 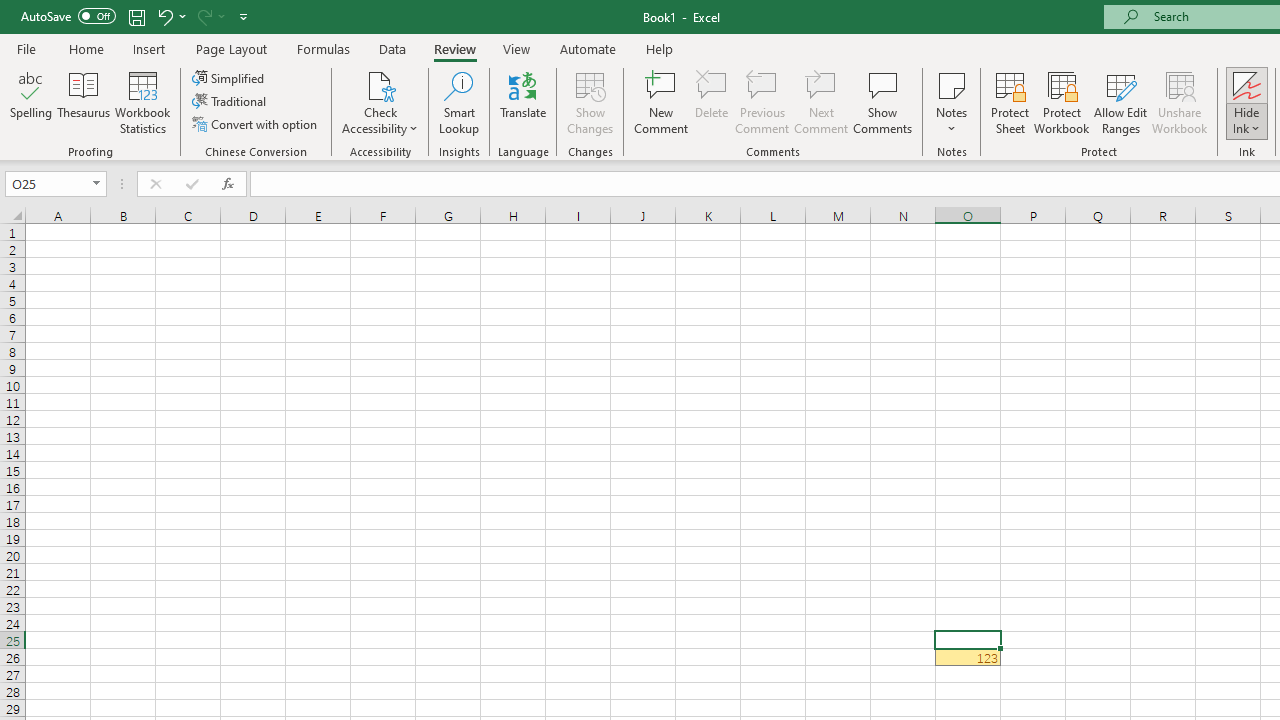 What do you see at coordinates (1060, 103) in the screenshot?
I see `'Protect Workbook...'` at bounding box center [1060, 103].